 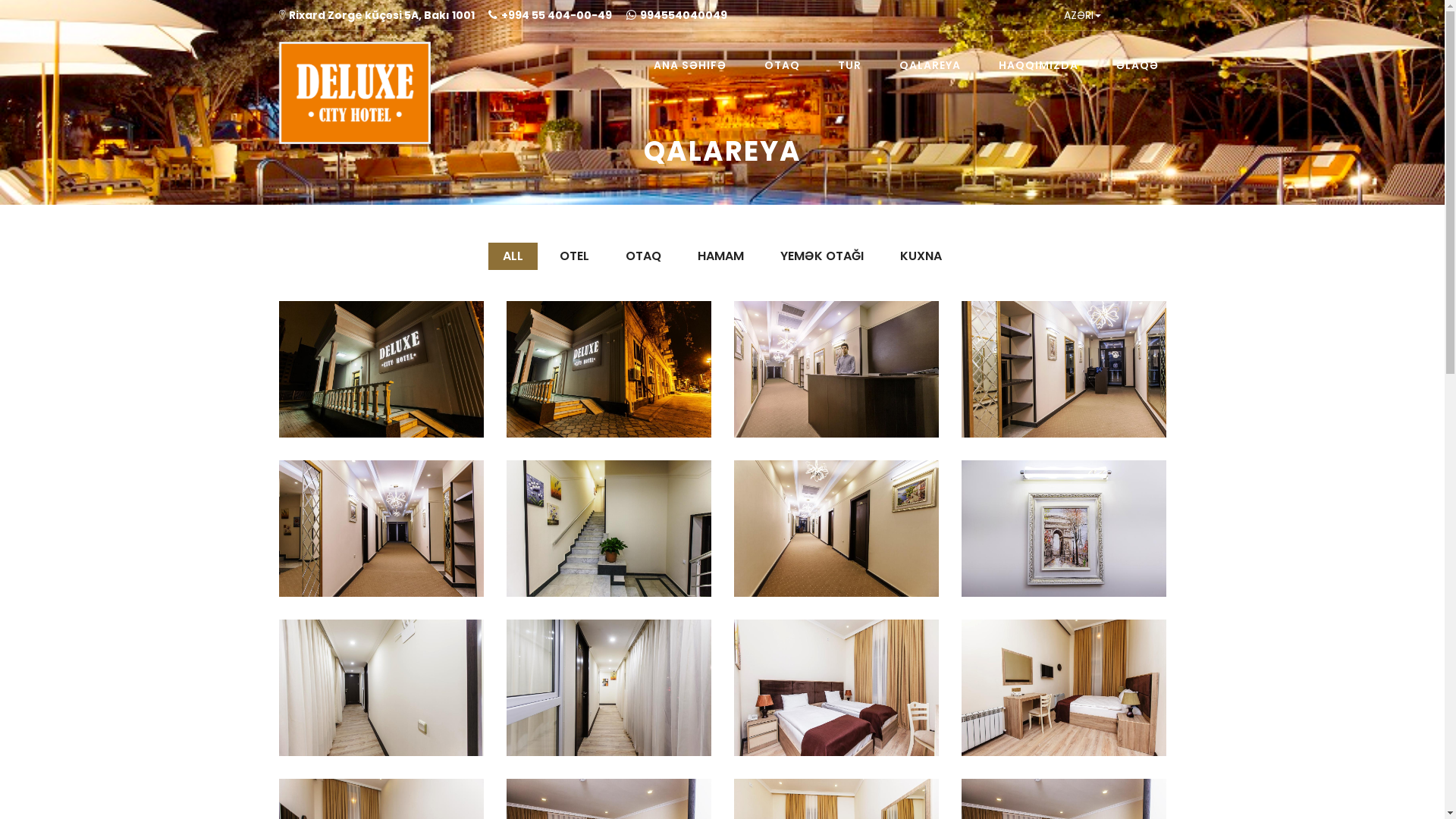 What do you see at coordinates (347, 49) in the screenshot?
I see `'Deluxecityhotel'` at bounding box center [347, 49].